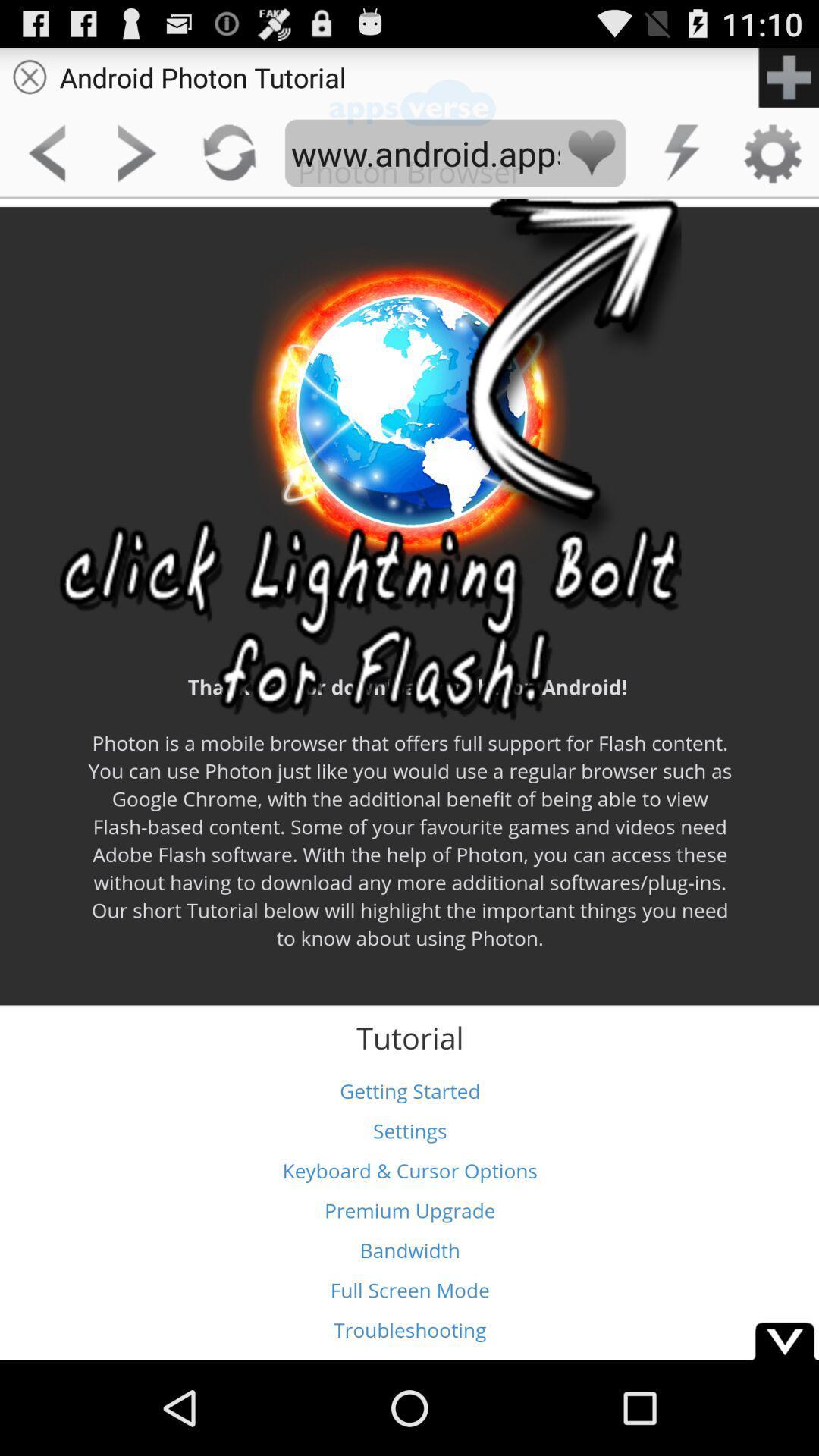 The image size is (819, 1456). What do you see at coordinates (680, 164) in the screenshot?
I see `the flash icon` at bounding box center [680, 164].